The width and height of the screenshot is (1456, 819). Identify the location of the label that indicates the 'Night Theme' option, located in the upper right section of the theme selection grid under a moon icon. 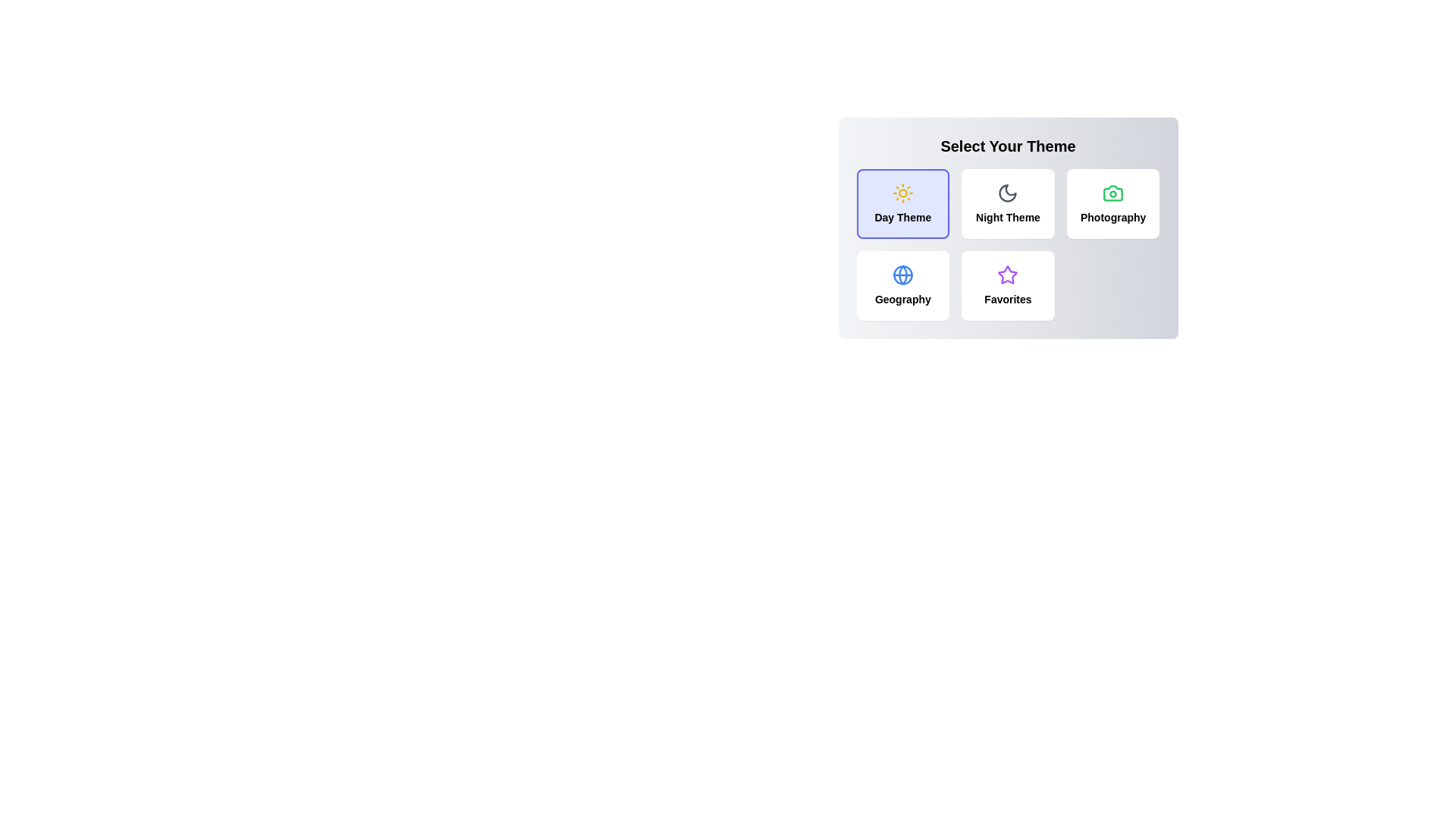
(1008, 217).